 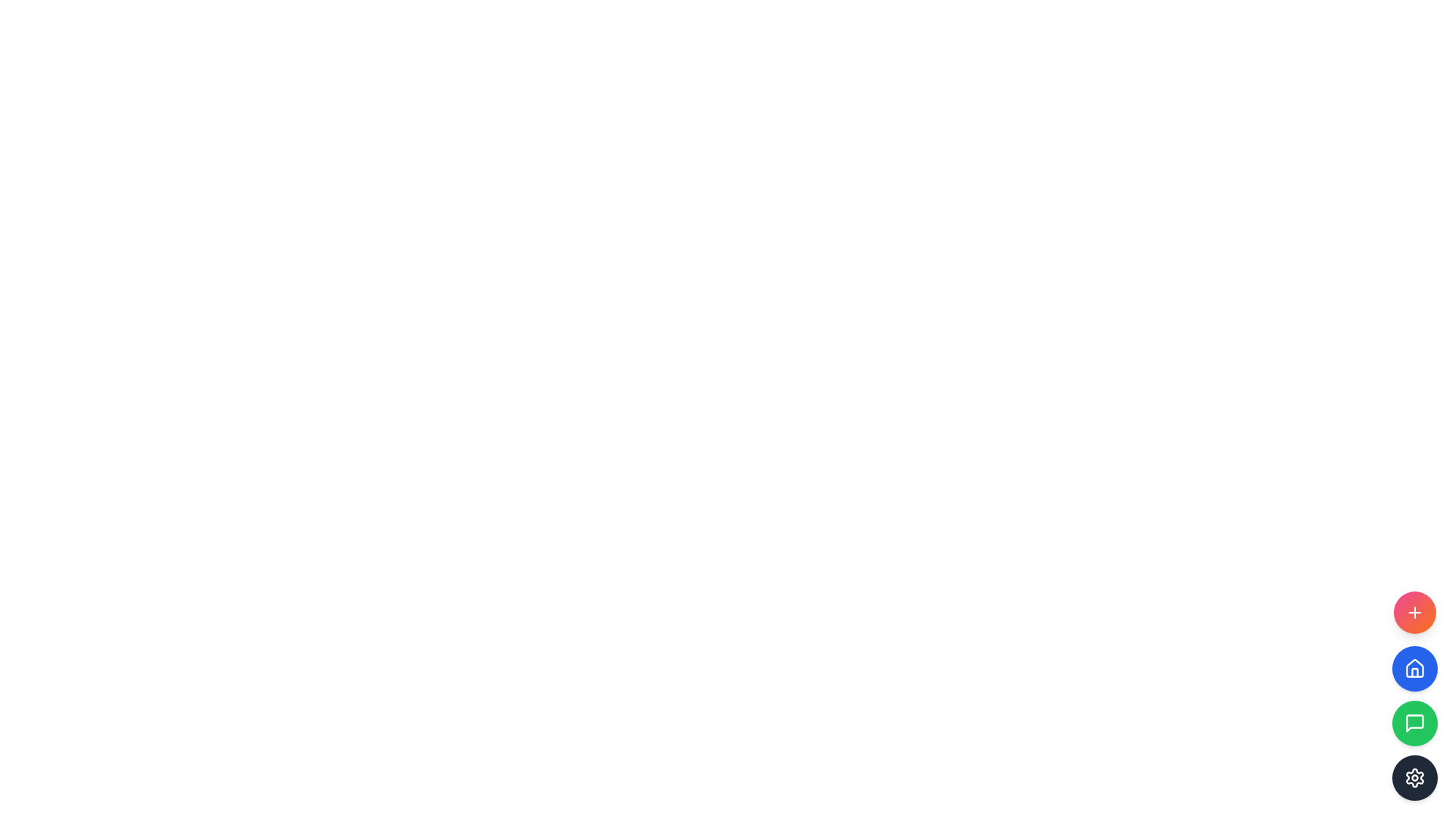 What do you see at coordinates (1414, 778) in the screenshot?
I see `the settings icon button located in the bottom right corner of the interface` at bounding box center [1414, 778].